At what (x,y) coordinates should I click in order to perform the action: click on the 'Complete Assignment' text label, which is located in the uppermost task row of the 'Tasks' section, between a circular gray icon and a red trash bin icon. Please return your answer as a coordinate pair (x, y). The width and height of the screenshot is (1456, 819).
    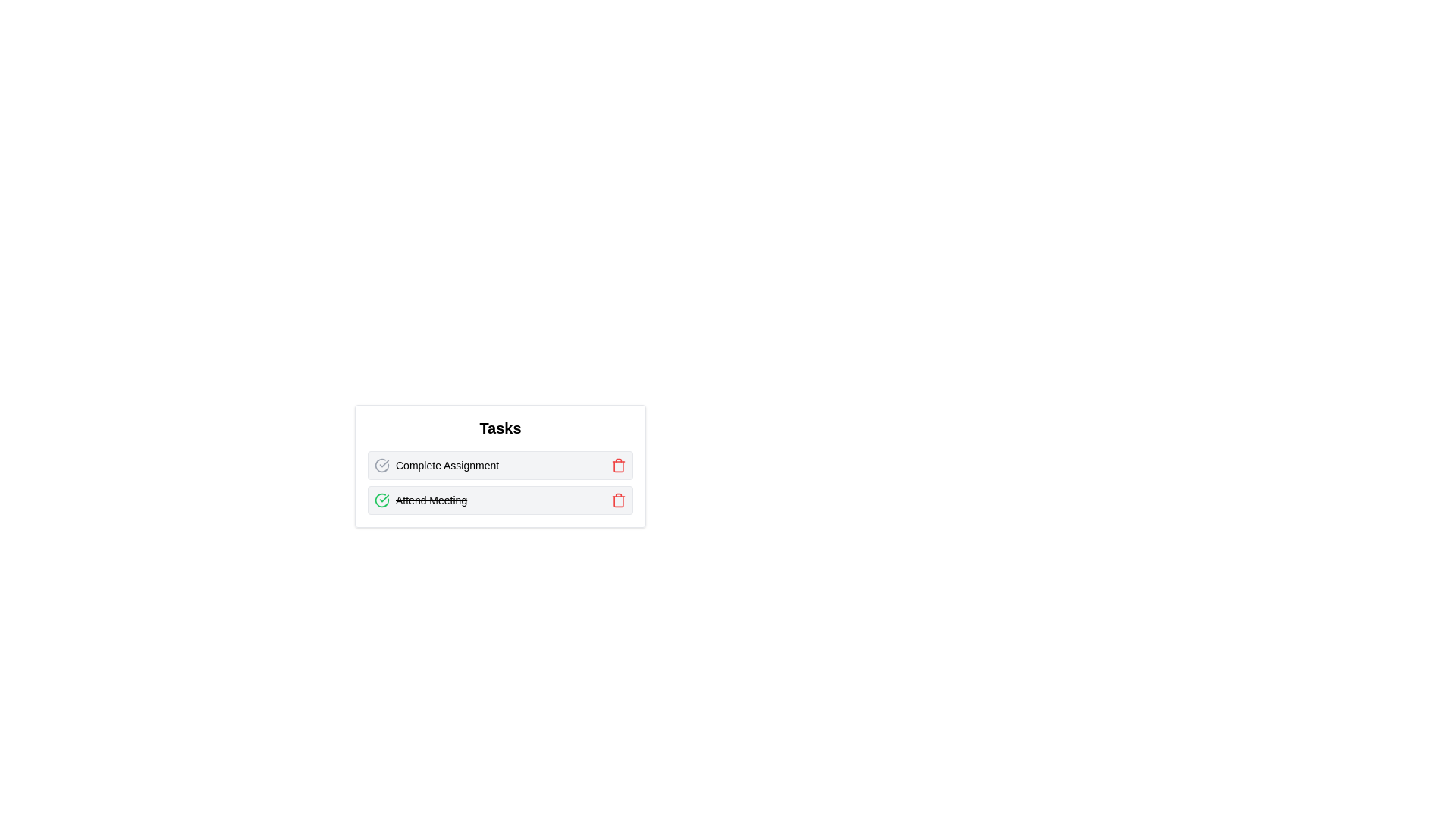
    Looking at the image, I should click on (447, 464).